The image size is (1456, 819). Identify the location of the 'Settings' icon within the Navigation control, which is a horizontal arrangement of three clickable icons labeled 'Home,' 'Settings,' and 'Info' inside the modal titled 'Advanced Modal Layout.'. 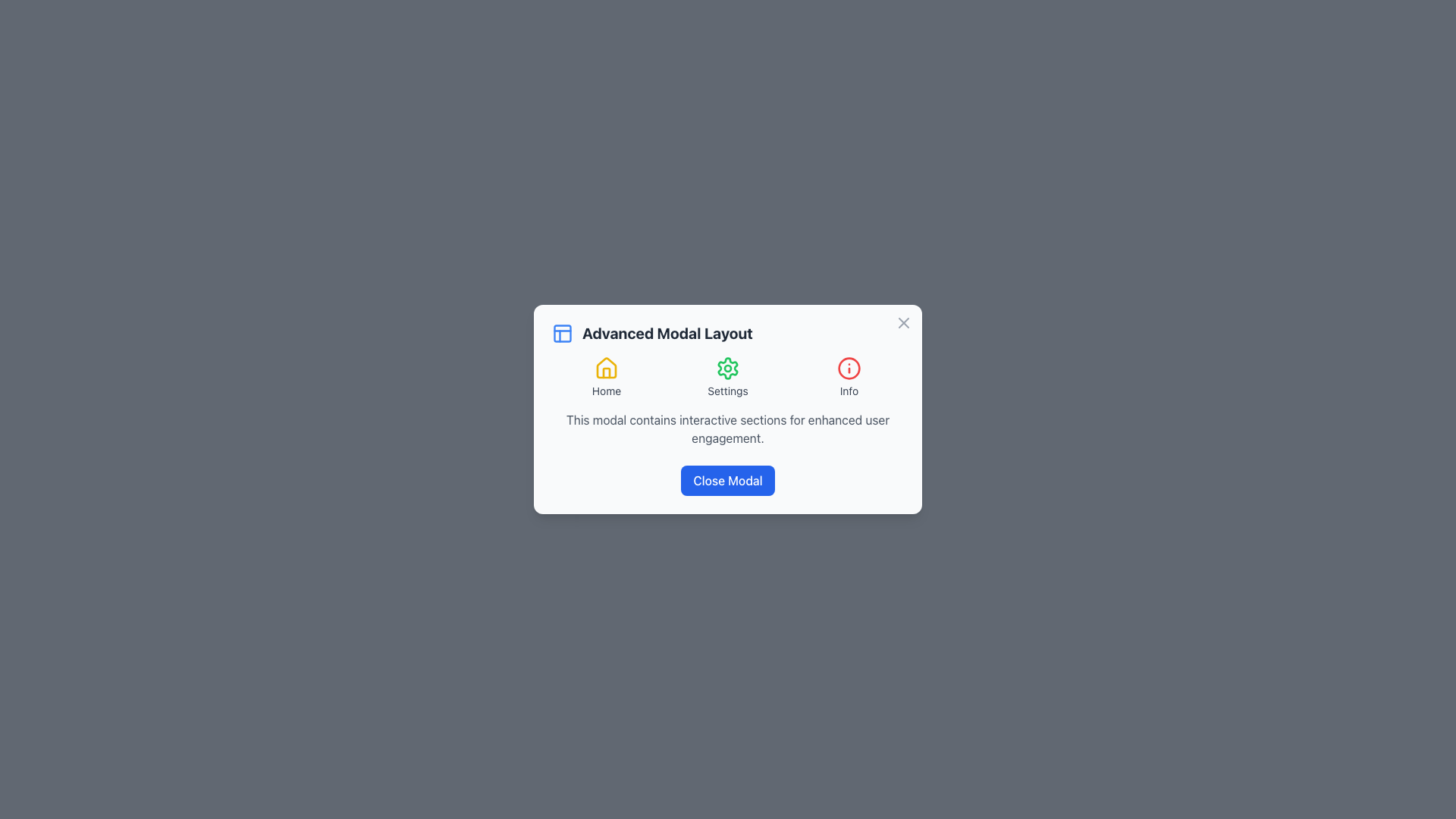
(728, 376).